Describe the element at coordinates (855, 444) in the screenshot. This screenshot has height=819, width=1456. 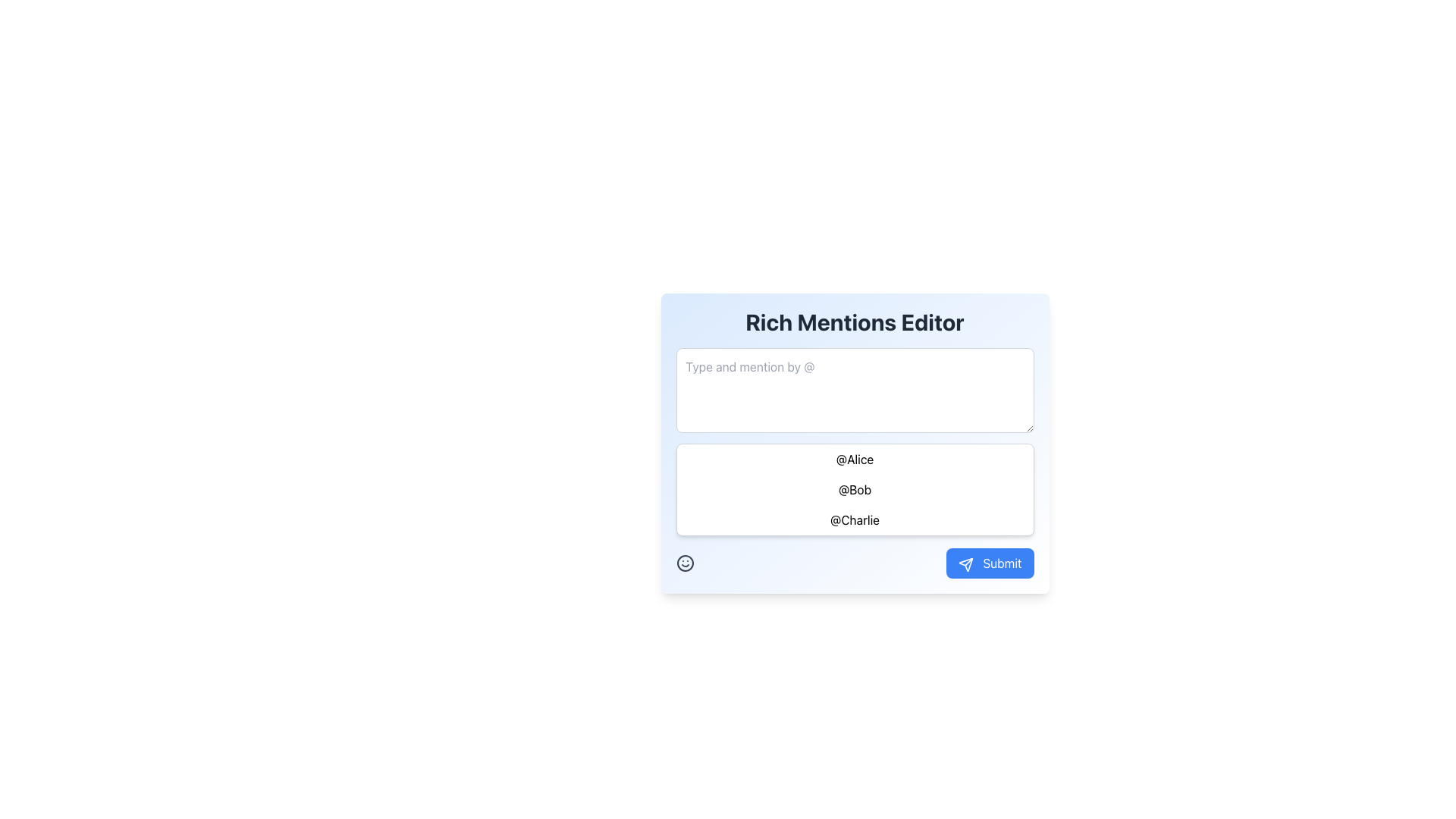
I see `the mention '@Alice' within the rich mention editor UI component` at that location.